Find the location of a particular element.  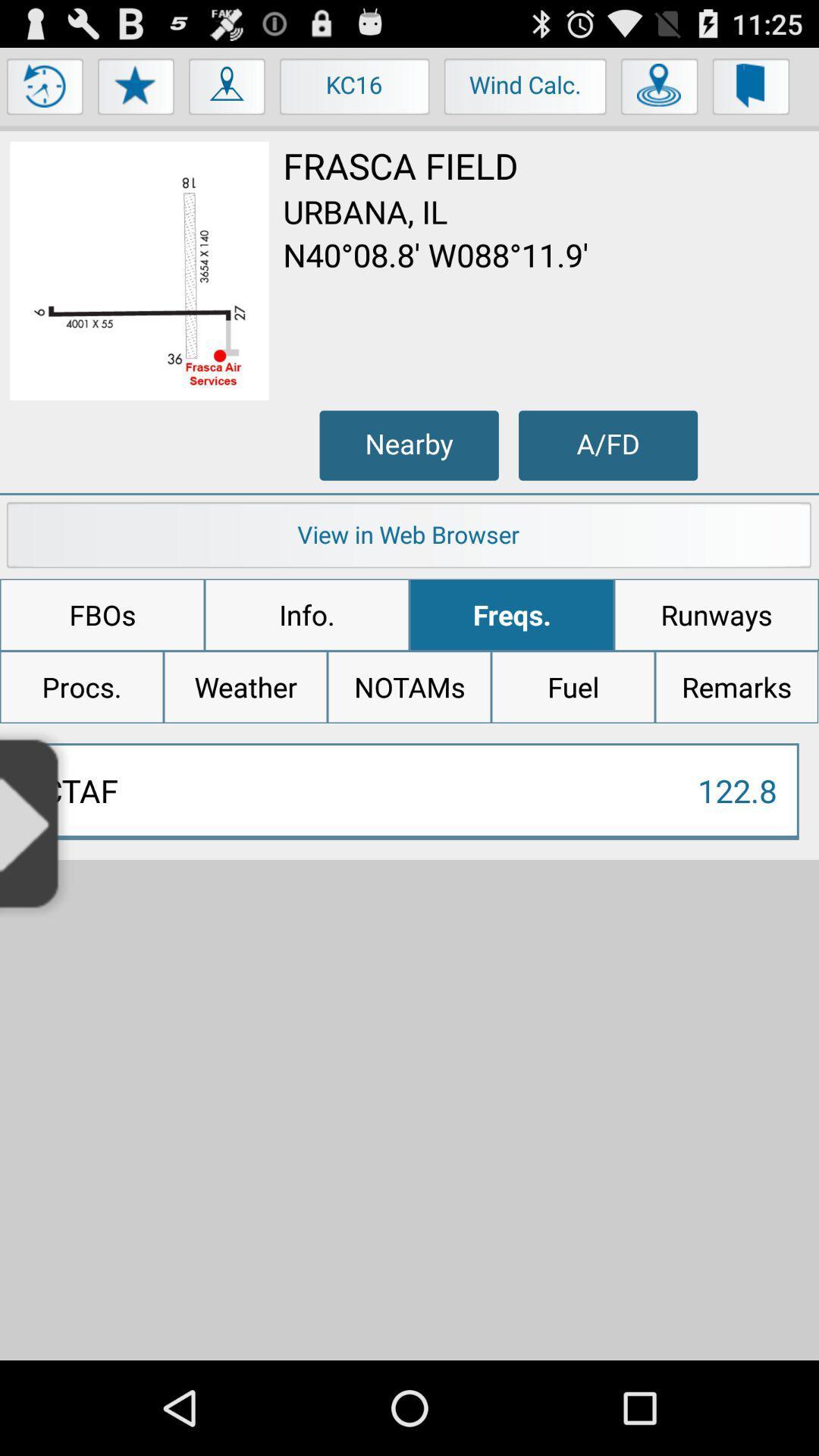

open the map is located at coordinates (227, 89).